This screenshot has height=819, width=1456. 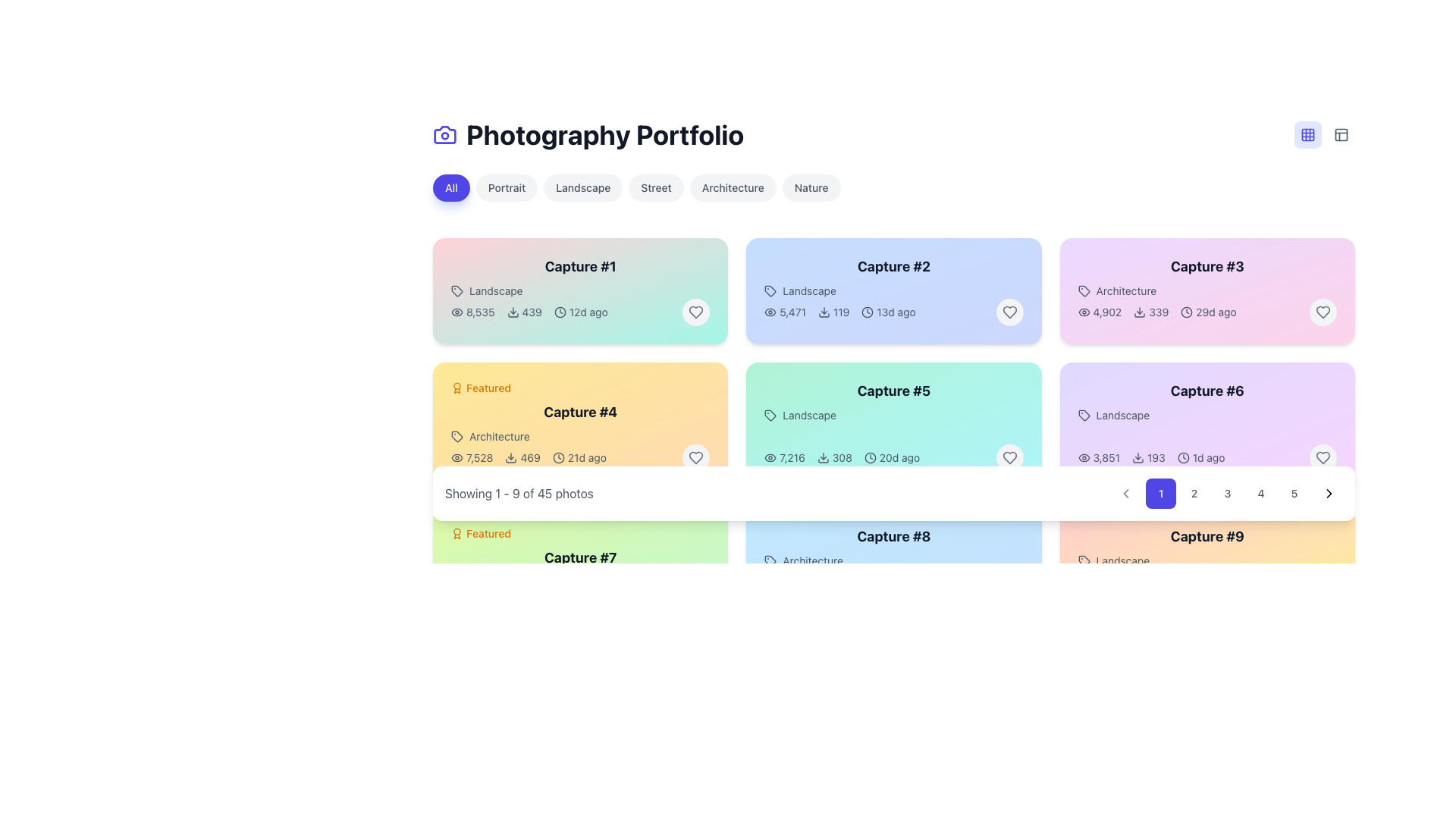 I want to click on the circular button with a heart icon located in the top-right corner of the card labeled 'Capture #1', so click(x=695, y=312).